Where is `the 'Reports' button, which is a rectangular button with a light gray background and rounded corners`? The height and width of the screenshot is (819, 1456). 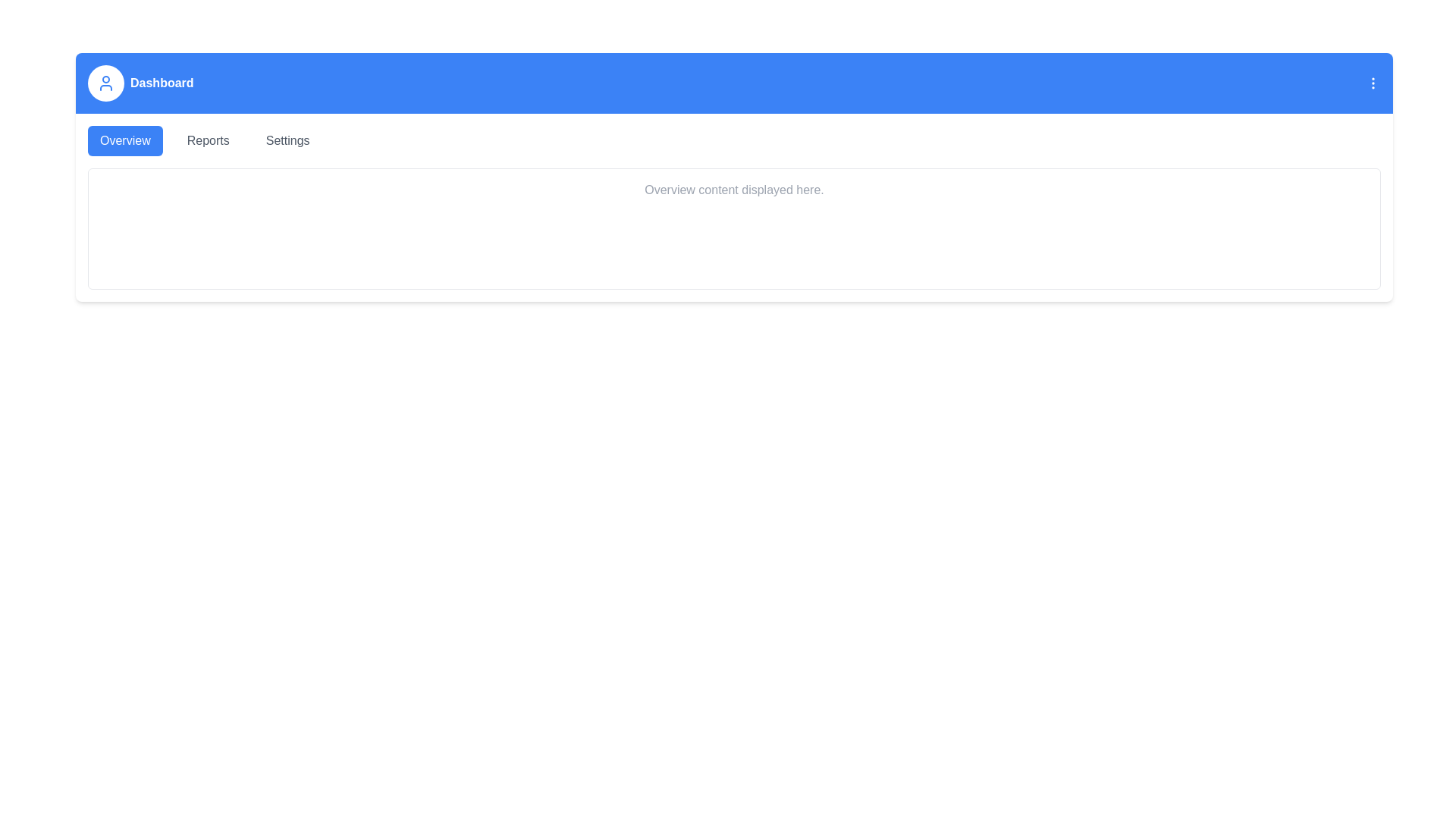 the 'Reports' button, which is a rectangular button with a light gray background and rounded corners is located at coordinates (207, 140).